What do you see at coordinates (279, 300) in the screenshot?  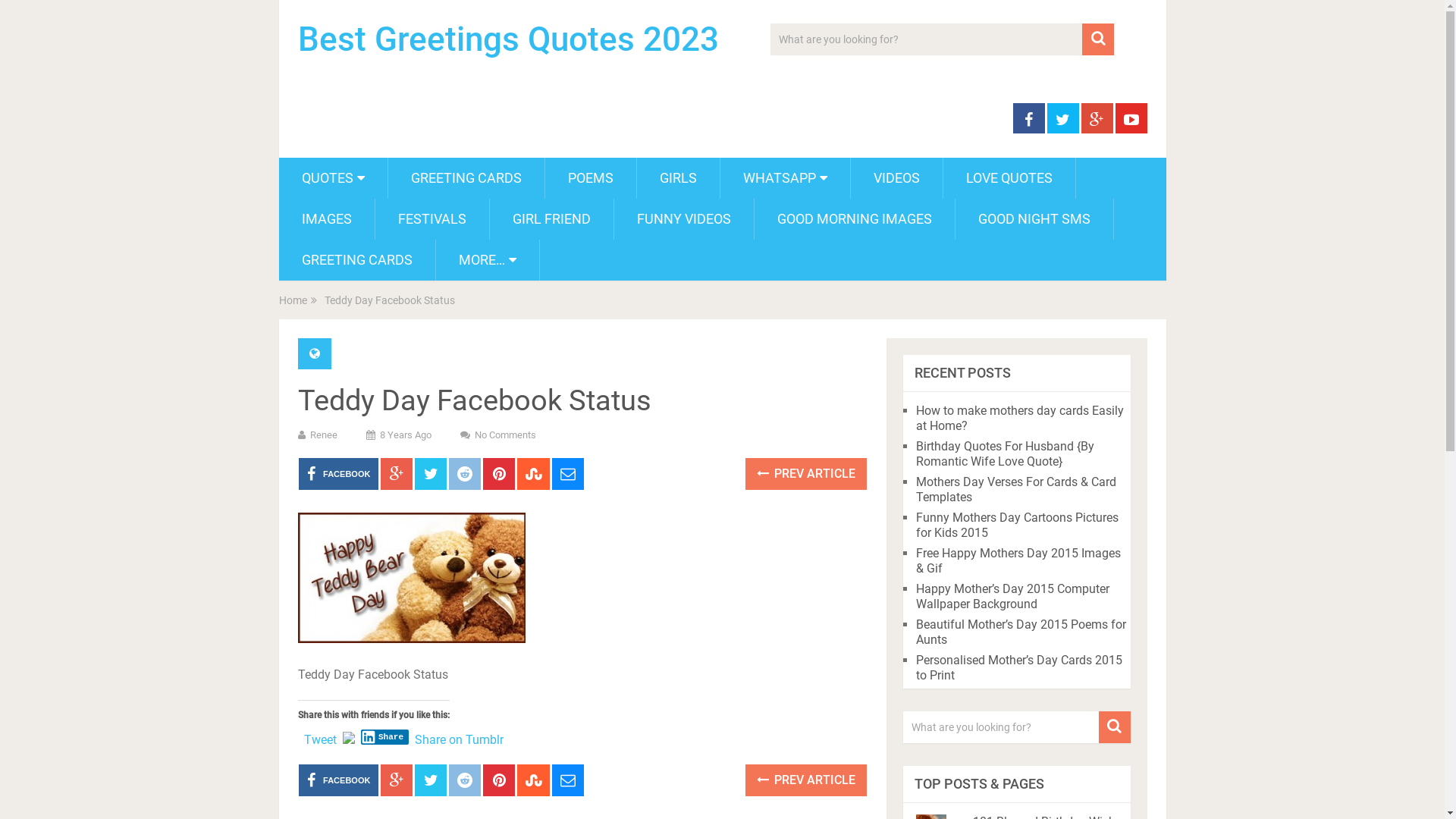 I see `'Home'` at bounding box center [279, 300].